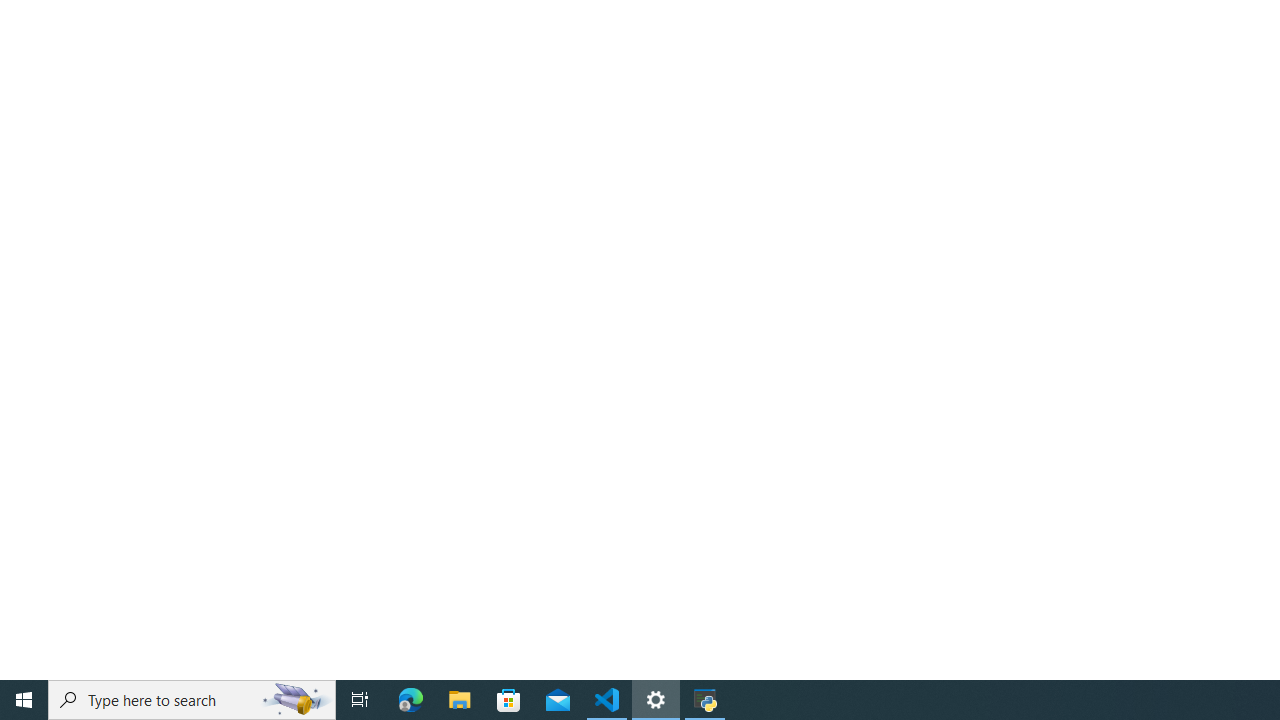 The width and height of the screenshot is (1280, 720). Describe the element at coordinates (656, 698) in the screenshot. I see `'Settings - 1 running window'` at that location.